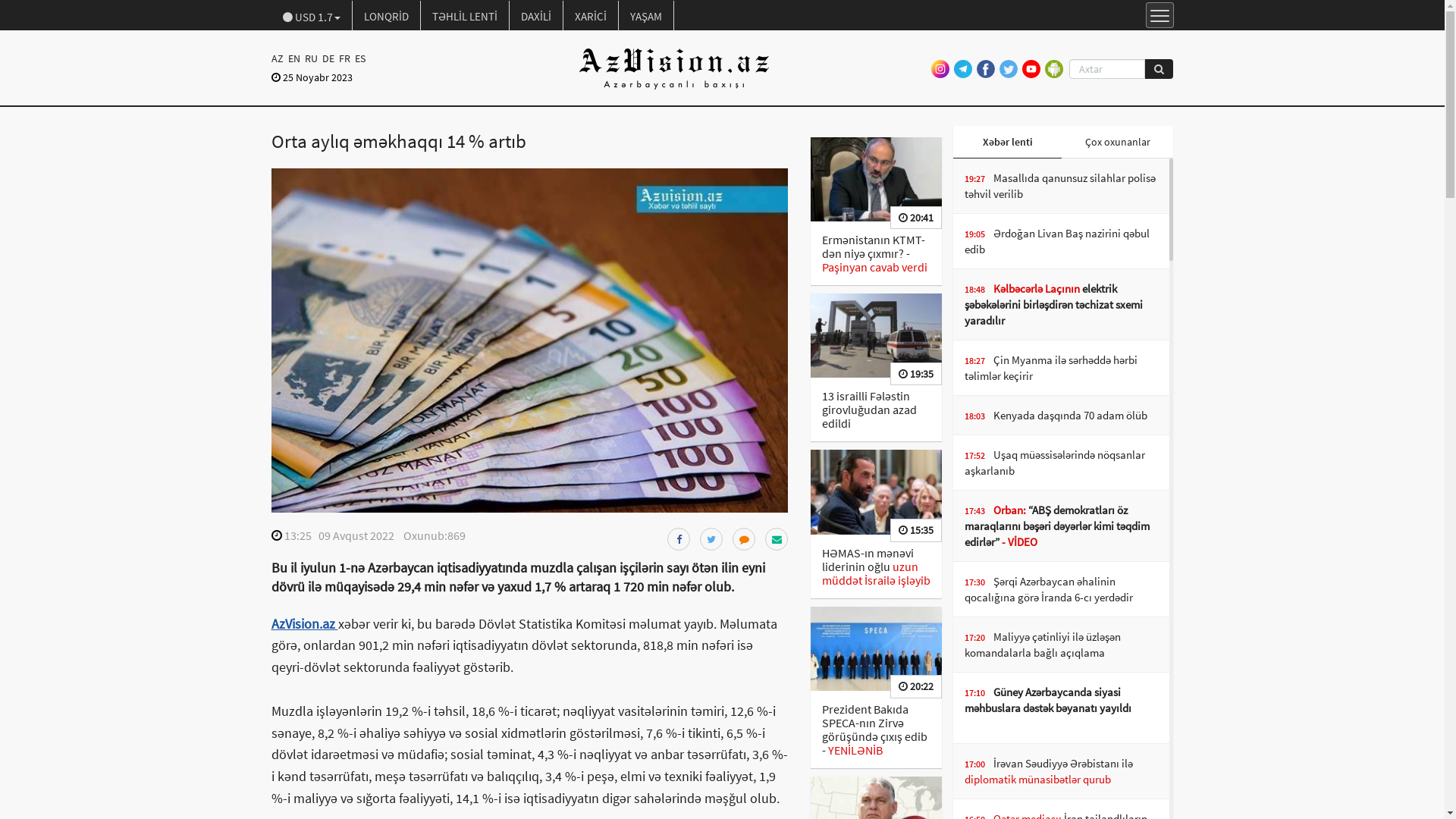 This screenshot has height=819, width=1456. What do you see at coordinates (293, 58) in the screenshot?
I see `'EN'` at bounding box center [293, 58].